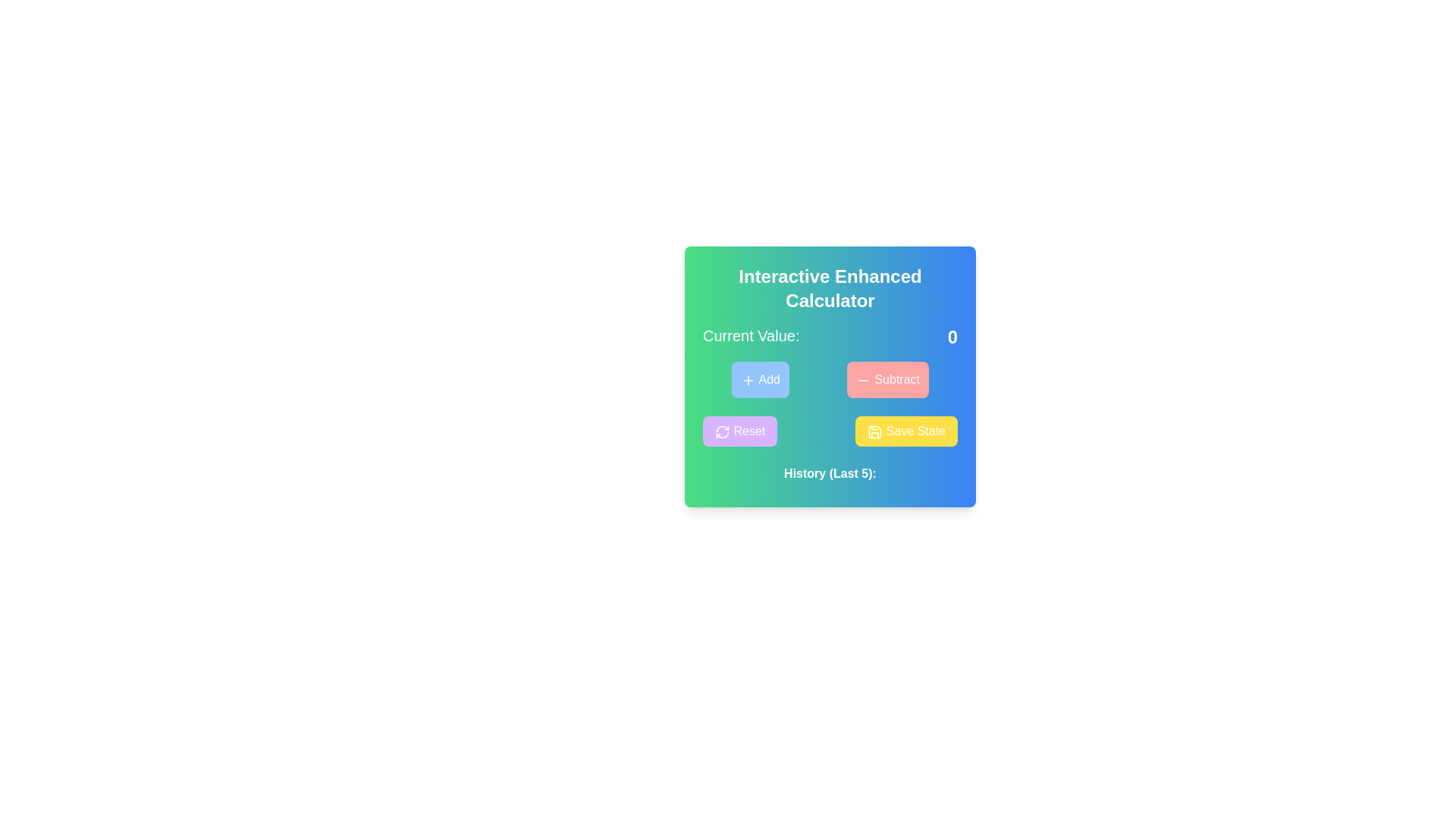 The image size is (1456, 819). What do you see at coordinates (761, 379) in the screenshot?
I see `the leftmost button in the horizontal layout, which increments the current value displayed above when clicked` at bounding box center [761, 379].